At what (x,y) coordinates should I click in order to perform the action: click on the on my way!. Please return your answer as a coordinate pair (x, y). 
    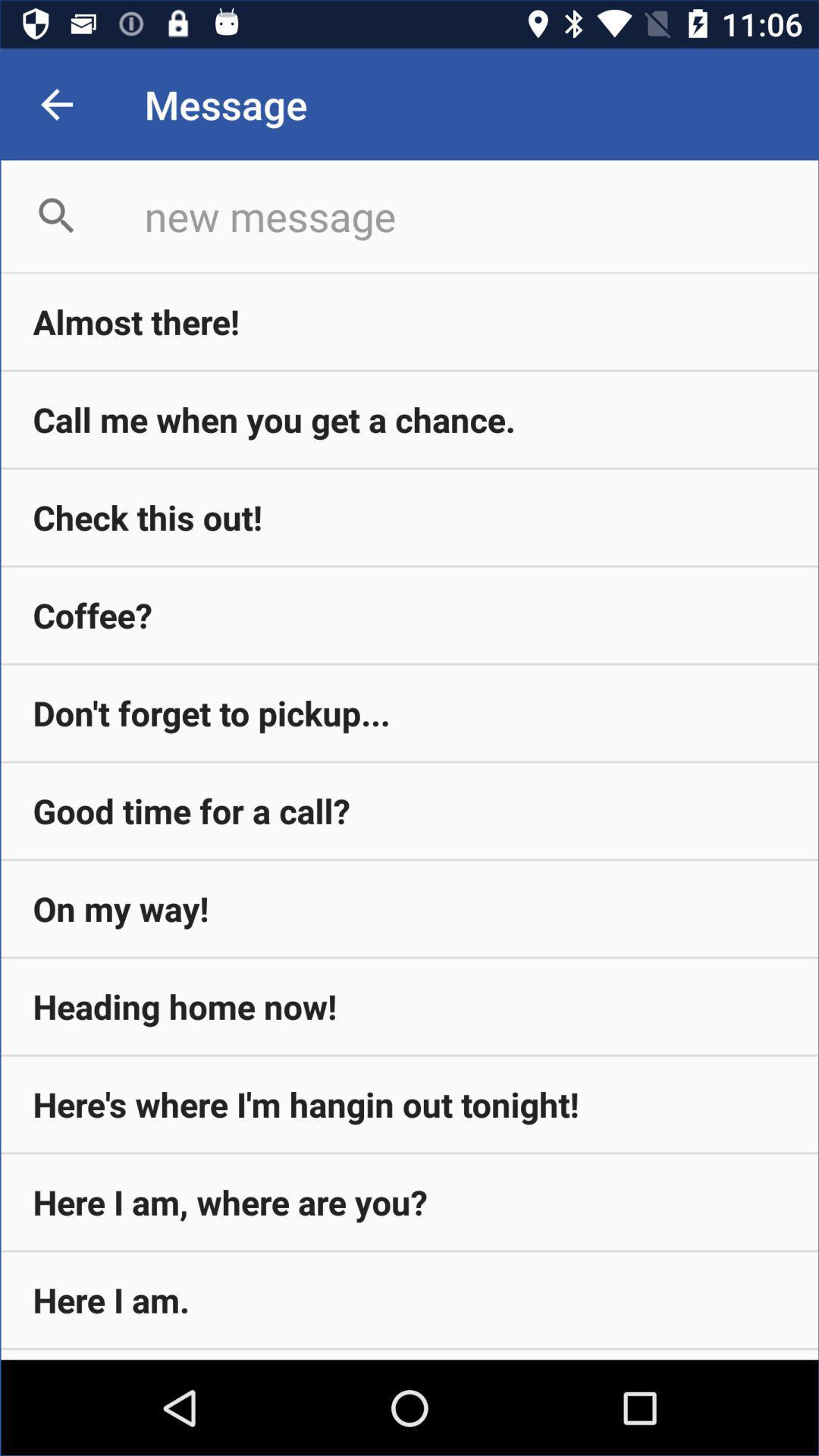
    Looking at the image, I should click on (409, 908).